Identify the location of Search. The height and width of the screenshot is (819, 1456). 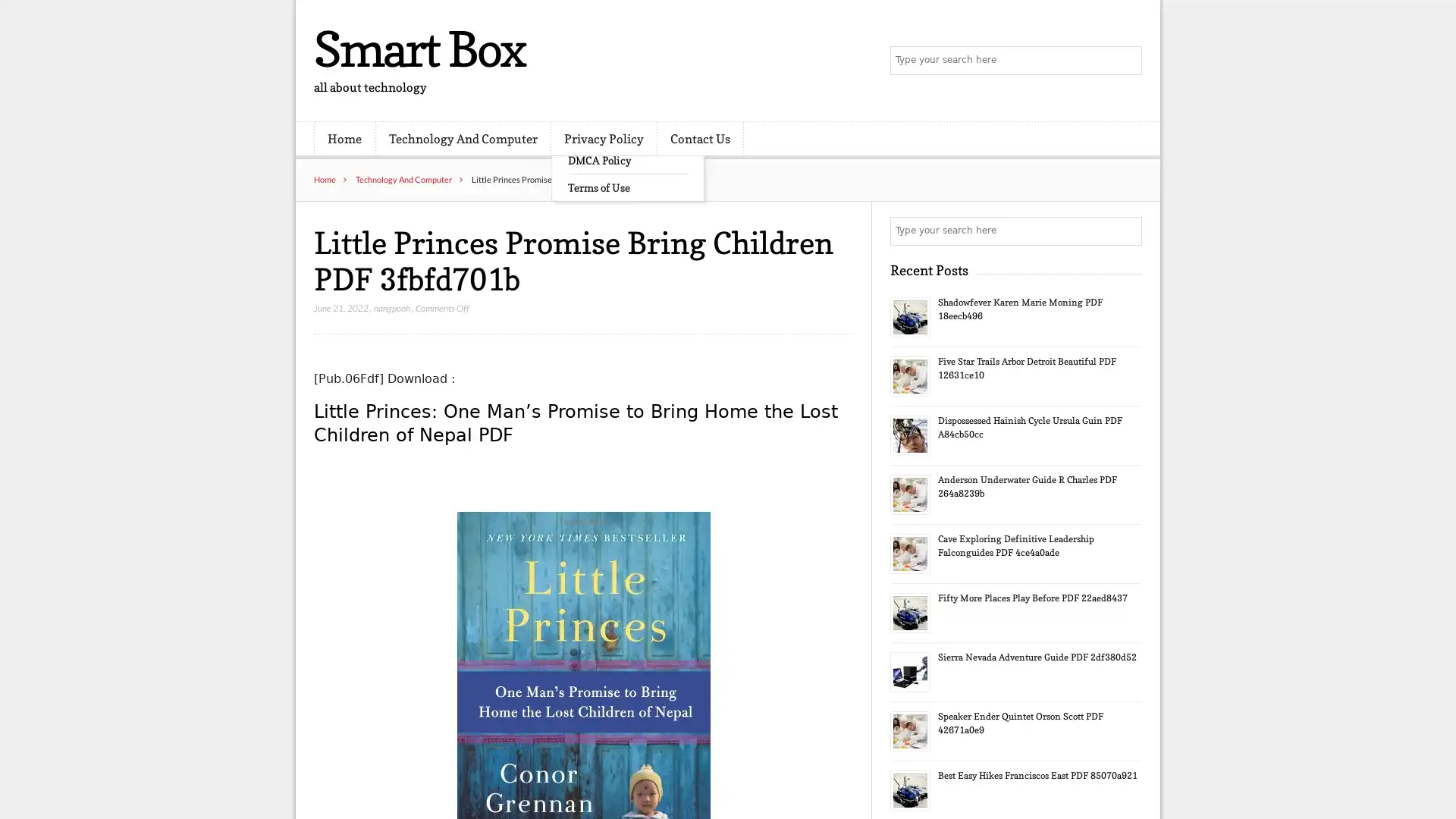
(1126, 231).